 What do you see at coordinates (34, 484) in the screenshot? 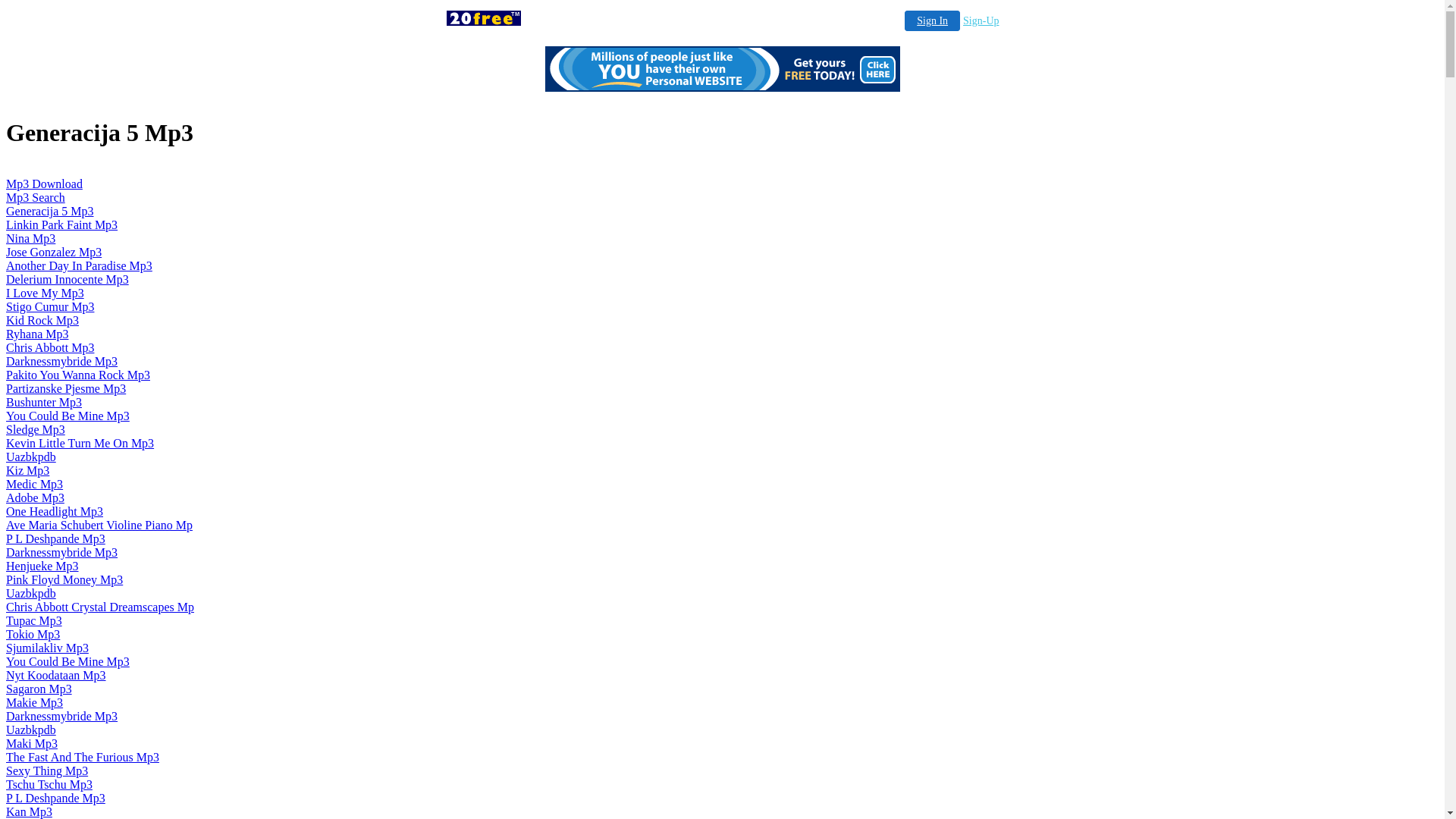
I see `'Medic Mp3'` at bounding box center [34, 484].